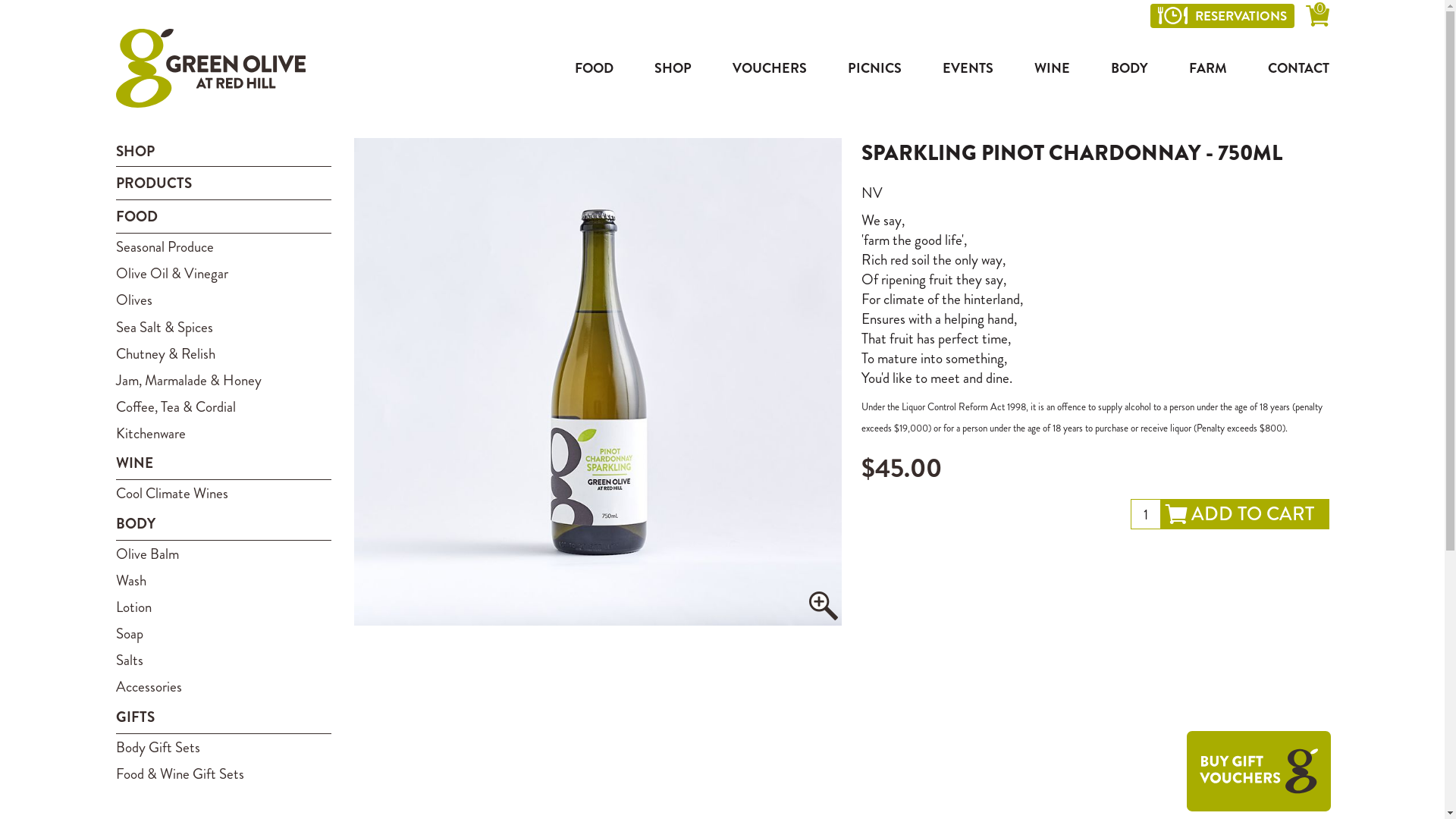 This screenshot has width=1456, height=819. Describe the element at coordinates (769, 67) in the screenshot. I see `'VOUCHERS'` at that location.